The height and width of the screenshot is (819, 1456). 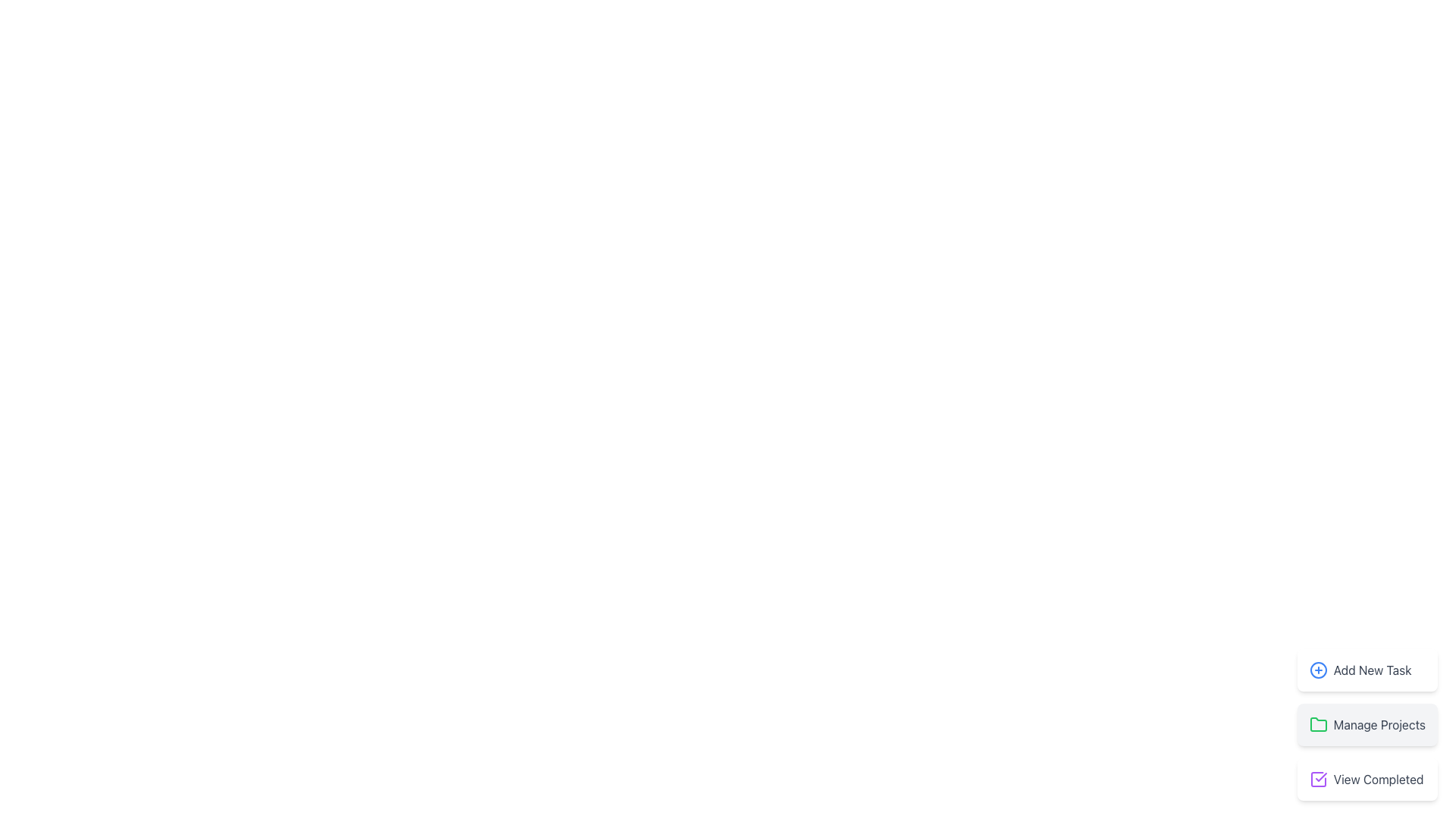 What do you see at coordinates (1367, 669) in the screenshot?
I see `the 'Add New Task' button, which is a rectangular button with a white background and a blue circular plus icon on the left, positioned in the bottom-right corner above the 'Manage Projects' and 'View Completed' buttons` at bounding box center [1367, 669].